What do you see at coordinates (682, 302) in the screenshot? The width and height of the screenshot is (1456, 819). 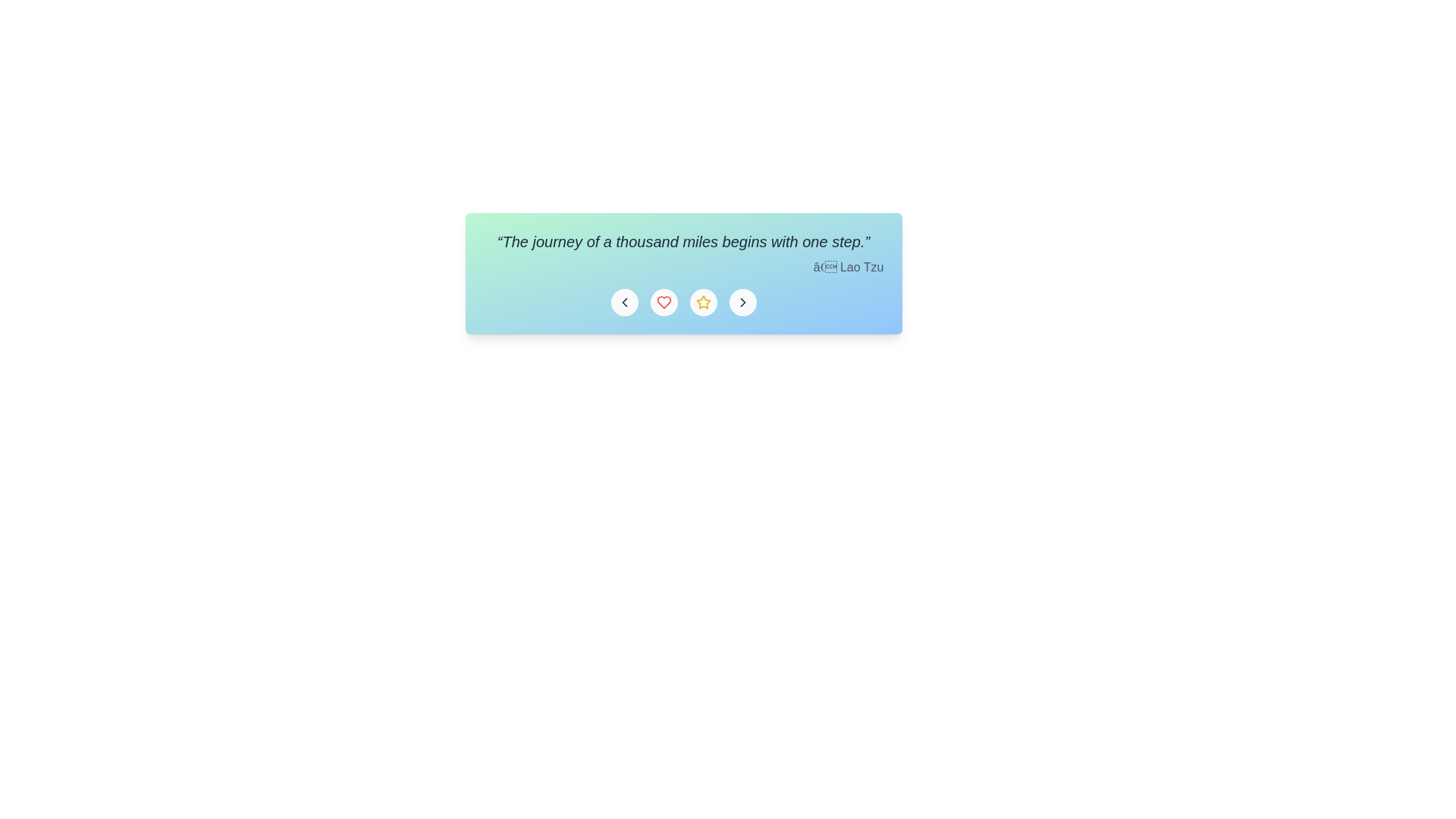 I see `the third button from the left in the set of interactive buttons, which is represented by a heart icon for favoriting or liking content` at bounding box center [682, 302].